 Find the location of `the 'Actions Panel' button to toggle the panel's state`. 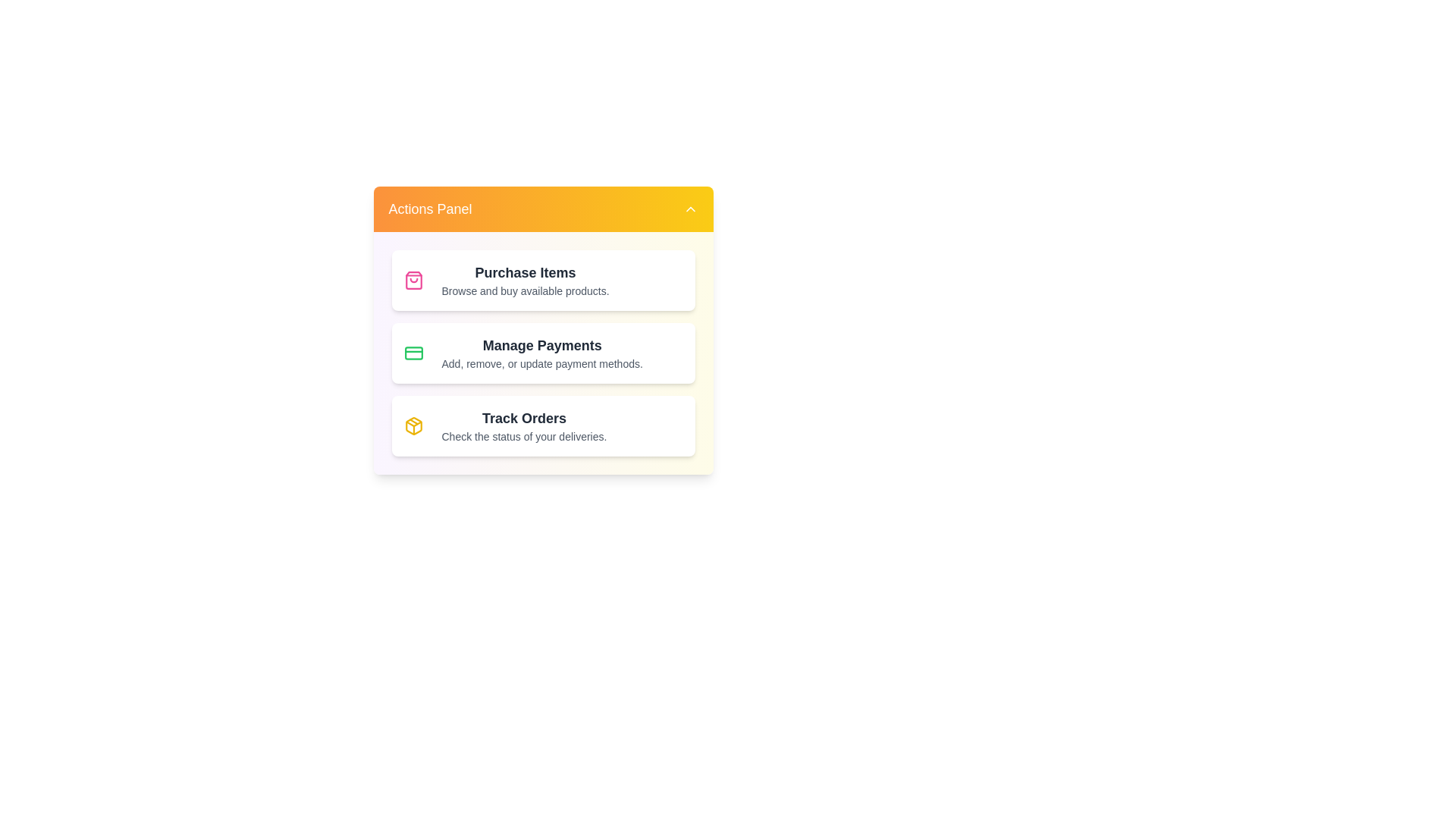

the 'Actions Panel' button to toggle the panel's state is located at coordinates (543, 209).